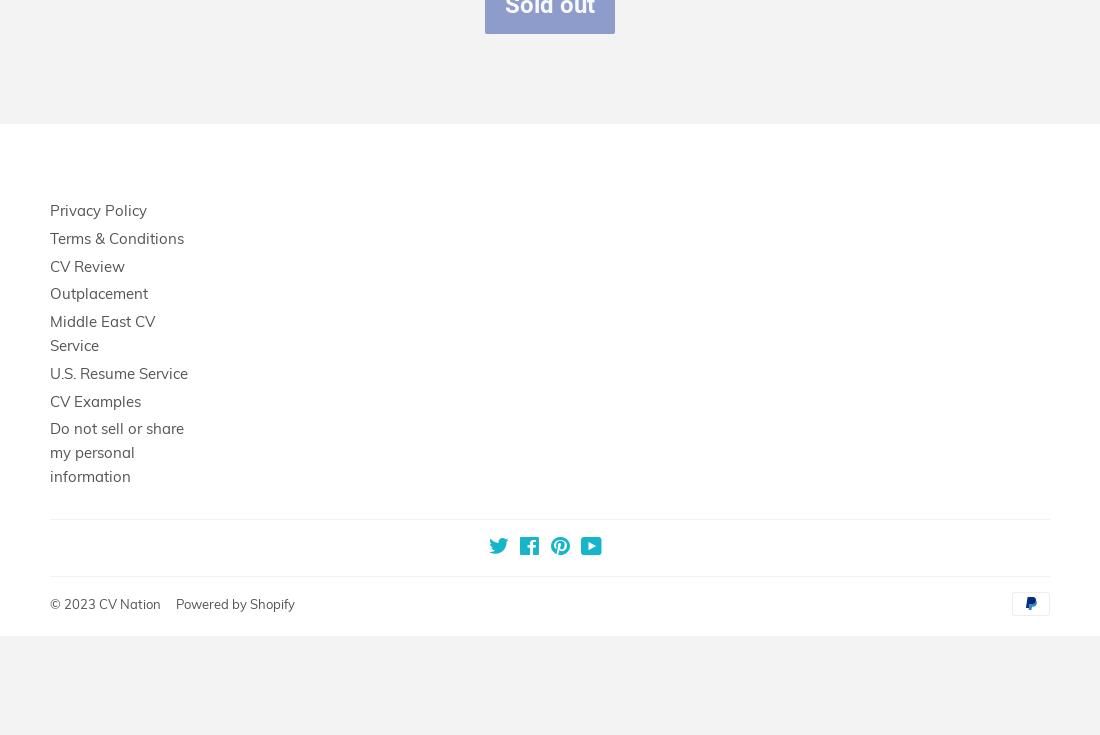 Image resolution: width=1100 pixels, height=735 pixels. Describe the element at coordinates (117, 236) in the screenshot. I see `'Terms & Conditions'` at that location.